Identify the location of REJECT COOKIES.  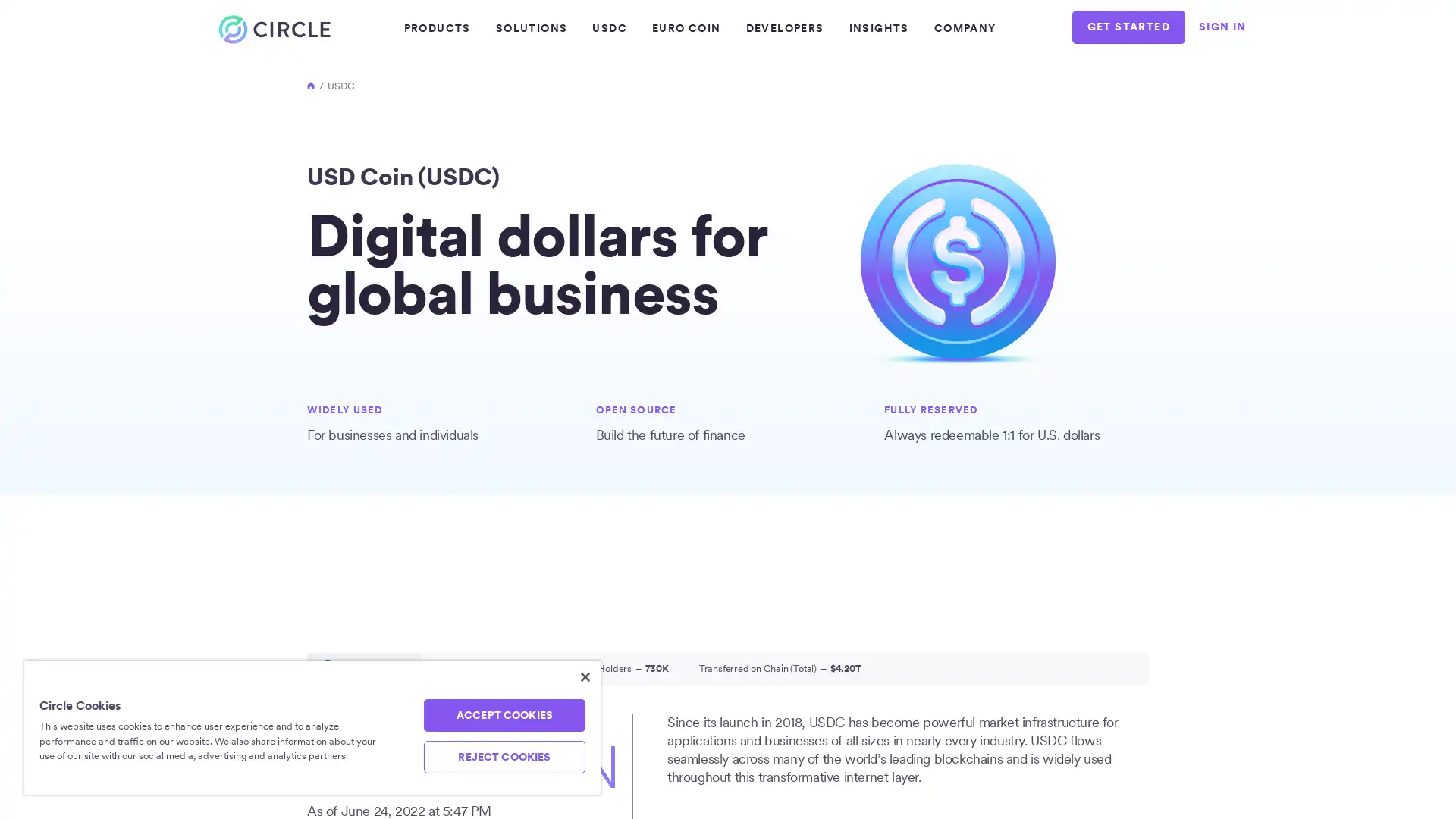
(504, 757).